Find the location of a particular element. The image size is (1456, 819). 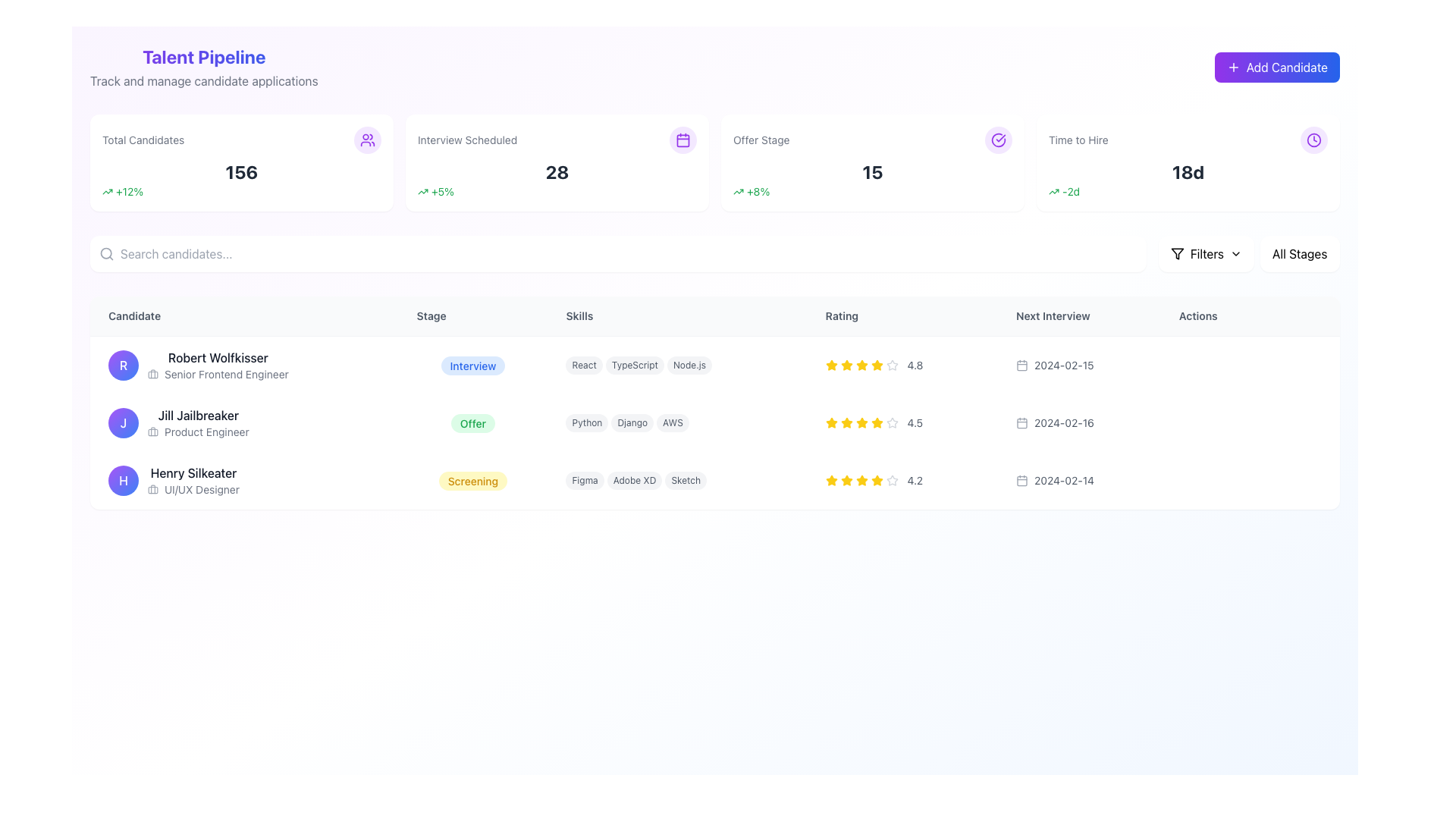

the 'AWS' skill badge label, which has a light gray background and medium gray text, located in the 'Skills' column of the second row in a table-like layout is located at coordinates (672, 423).